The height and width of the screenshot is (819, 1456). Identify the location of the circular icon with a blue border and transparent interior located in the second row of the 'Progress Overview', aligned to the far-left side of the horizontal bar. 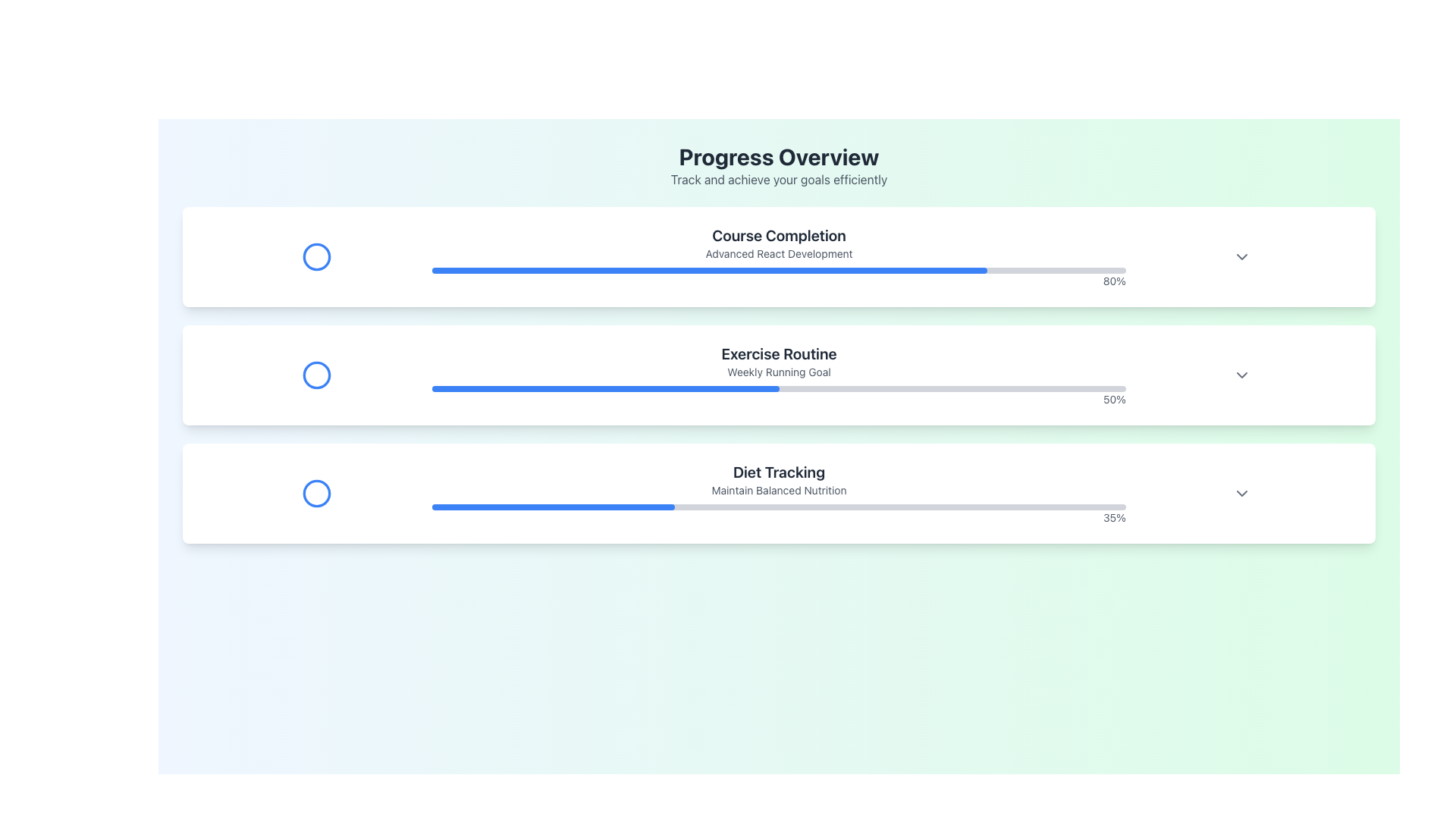
(315, 375).